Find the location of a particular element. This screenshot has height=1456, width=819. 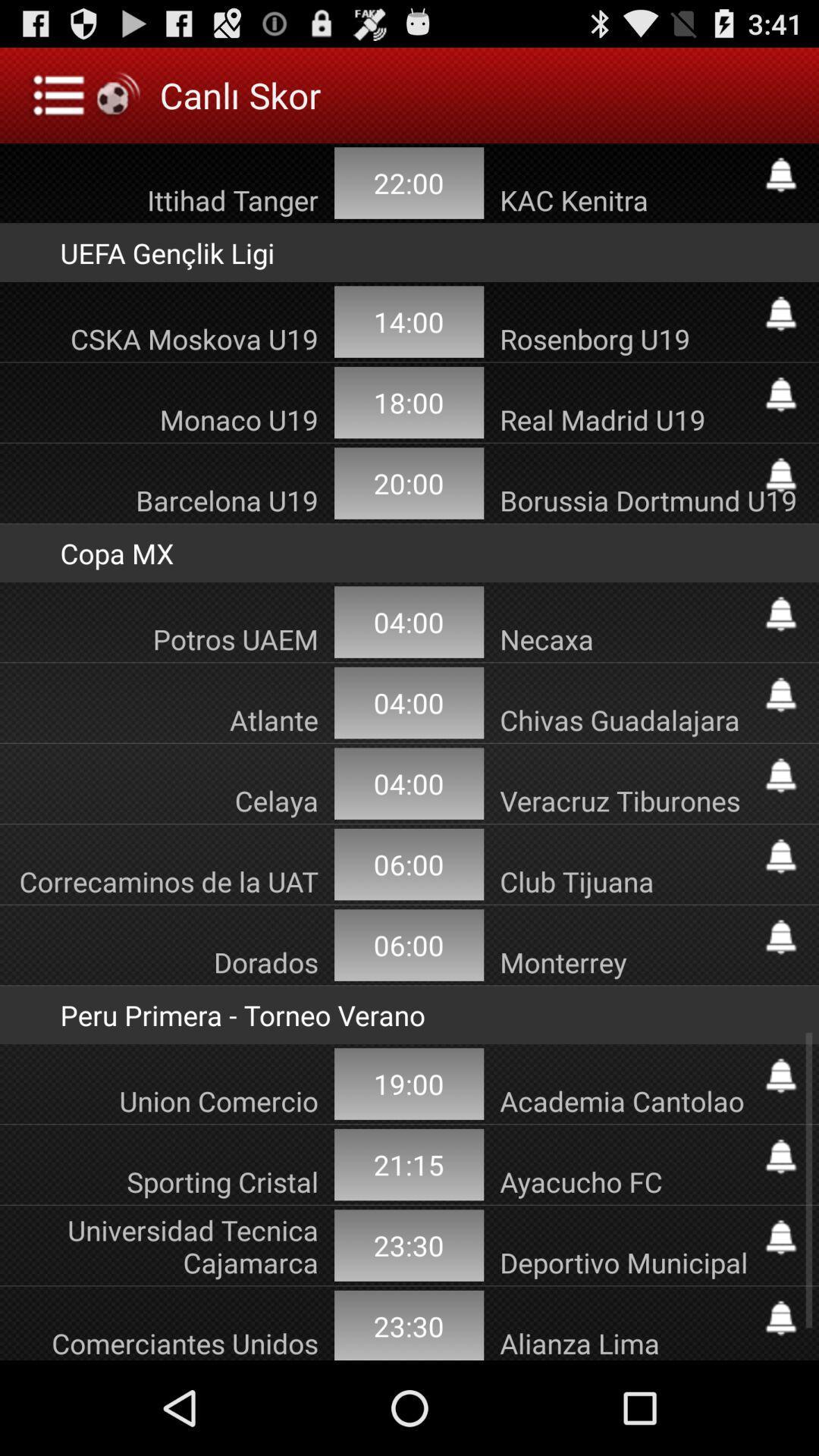

enable notification is located at coordinates (780, 1075).